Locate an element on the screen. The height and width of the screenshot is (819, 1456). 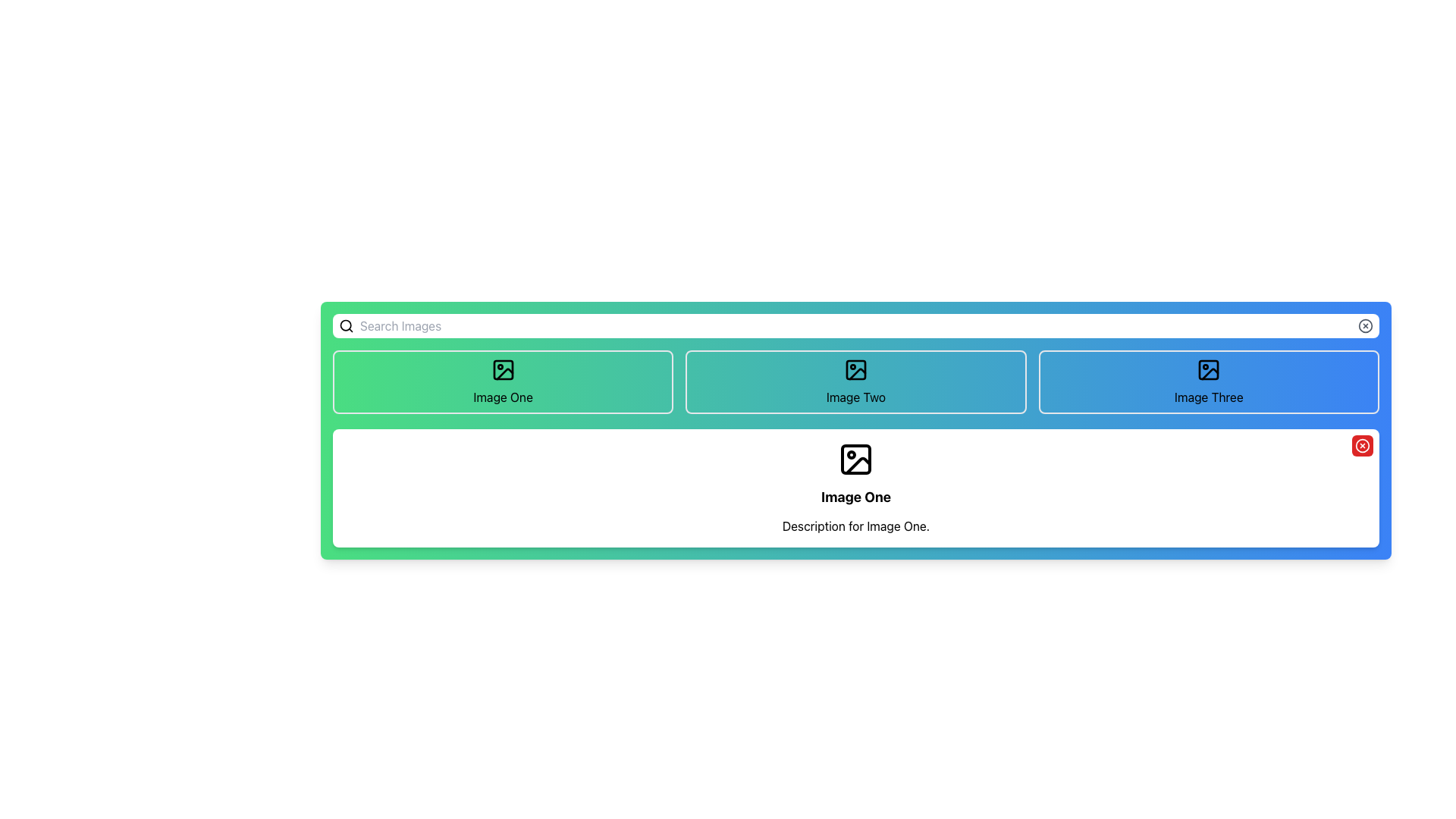
the image icon in the 'Image Three' section, which is represented by a square frame containing a circle and a slanted line is located at coordinates (1208, 370).